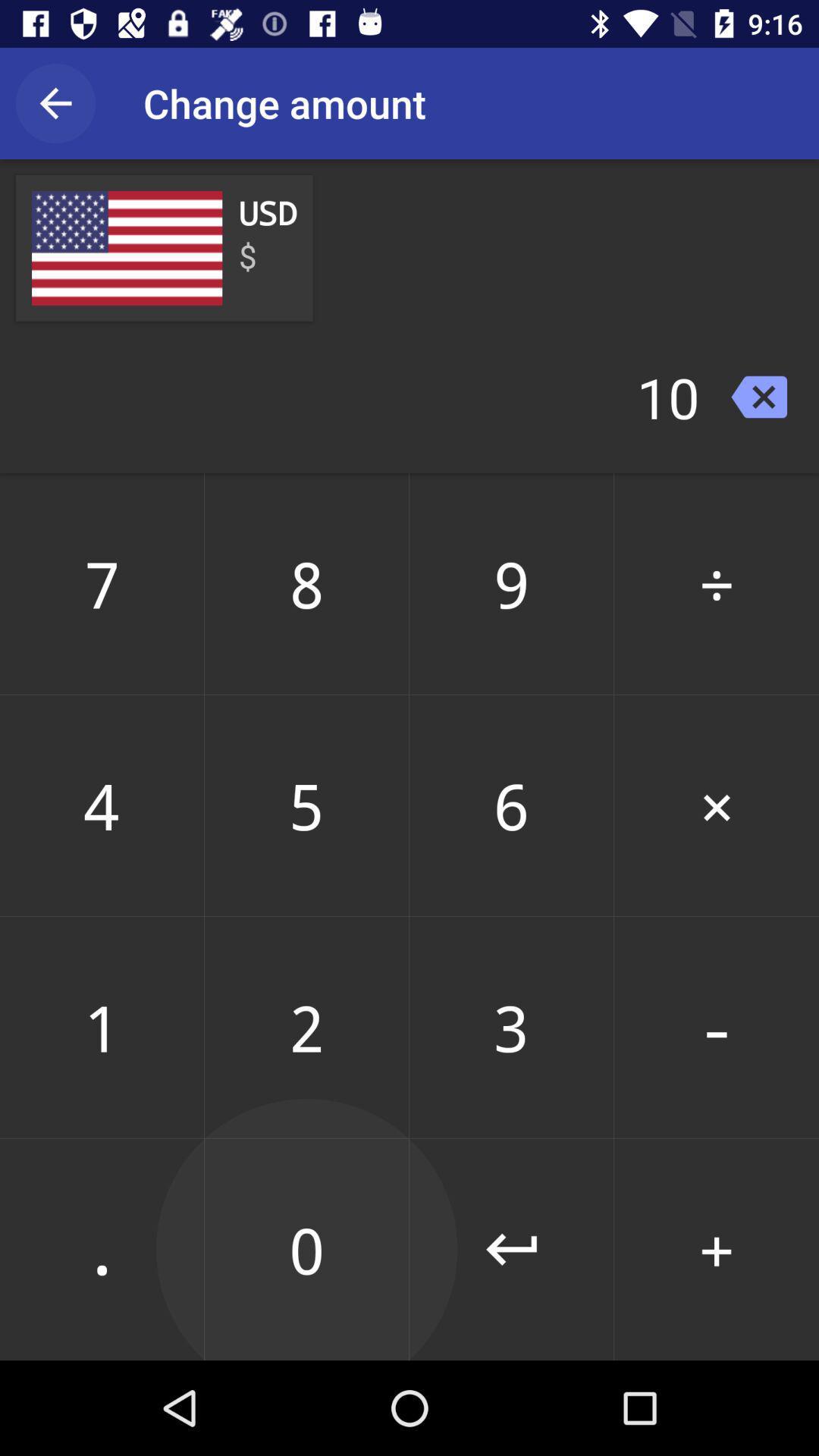  Describe the element at coordinates (306, 1027) in the screenshot. I see `the 2 icon` at that location.